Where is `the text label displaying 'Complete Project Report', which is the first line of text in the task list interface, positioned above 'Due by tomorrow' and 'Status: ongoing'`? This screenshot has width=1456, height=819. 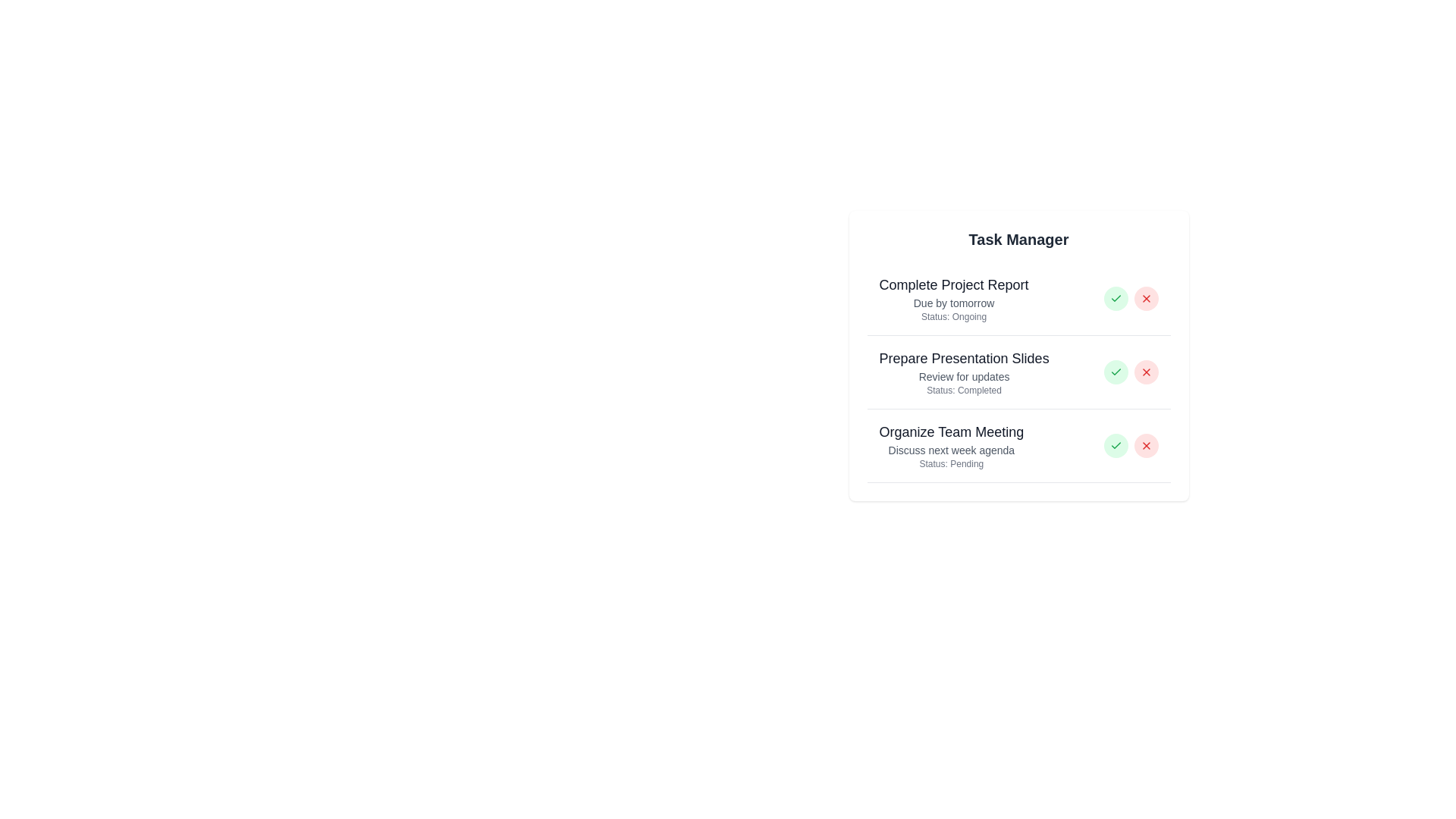 the text label displaying 'Complete Project Report', which is the first line of text in the task list interface, positioned above 'Due by tomorrow' and 'Status: ongoing' is located at coordinates (952, 284).